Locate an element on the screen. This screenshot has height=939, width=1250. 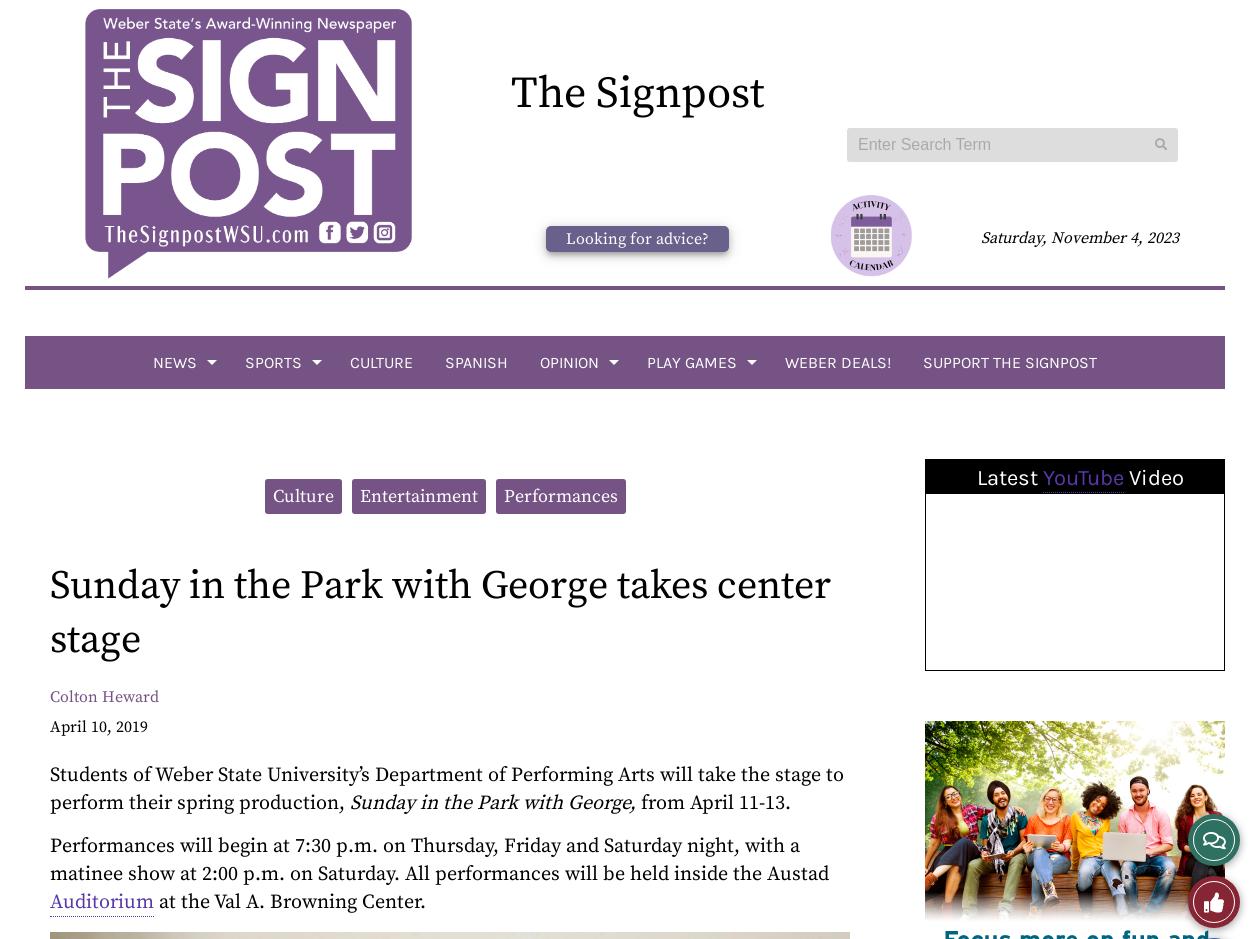
'Entertainment' is located at coordinates (417, 495).